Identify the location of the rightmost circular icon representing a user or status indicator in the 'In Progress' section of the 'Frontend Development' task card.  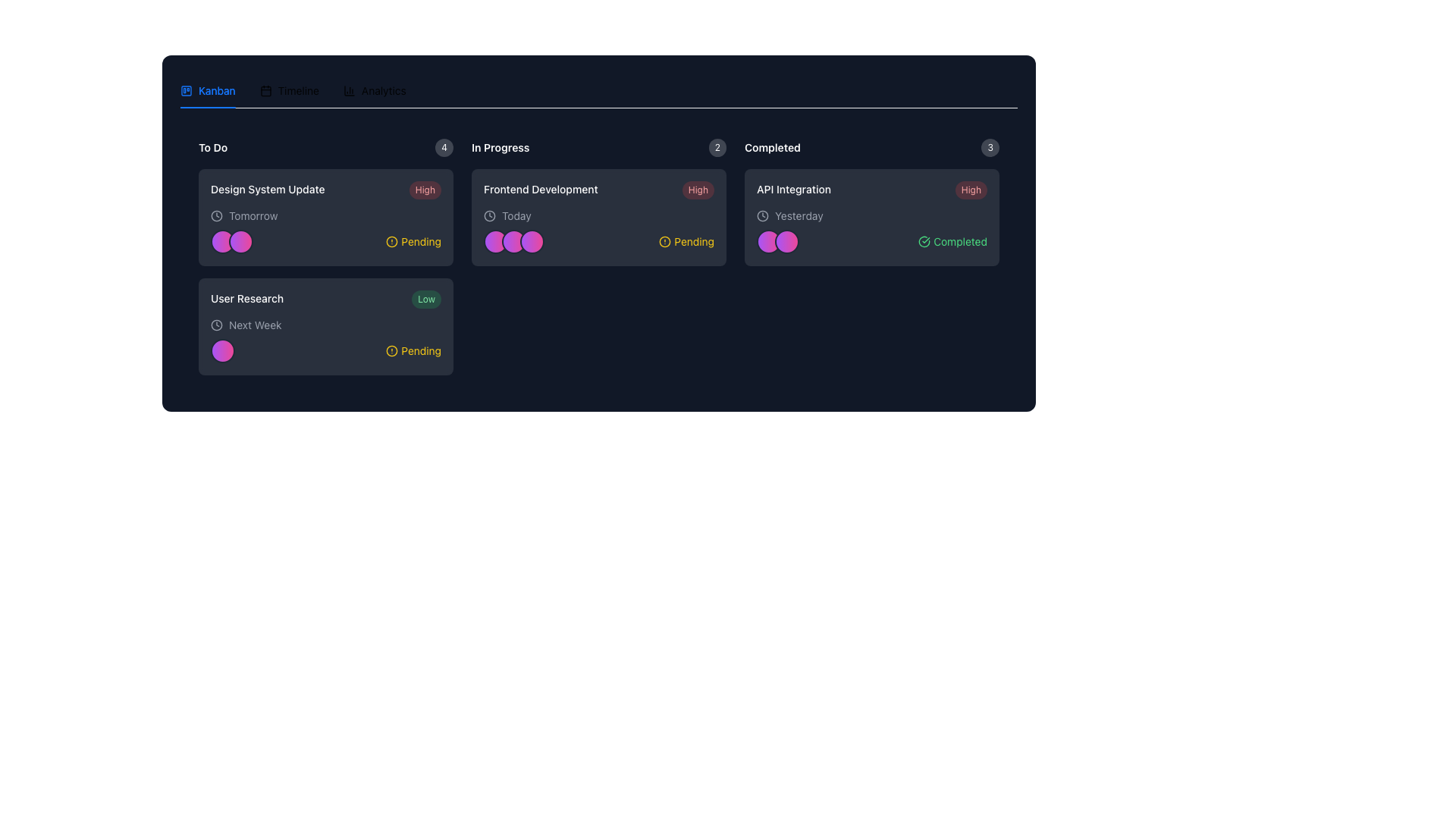
(532, 241).